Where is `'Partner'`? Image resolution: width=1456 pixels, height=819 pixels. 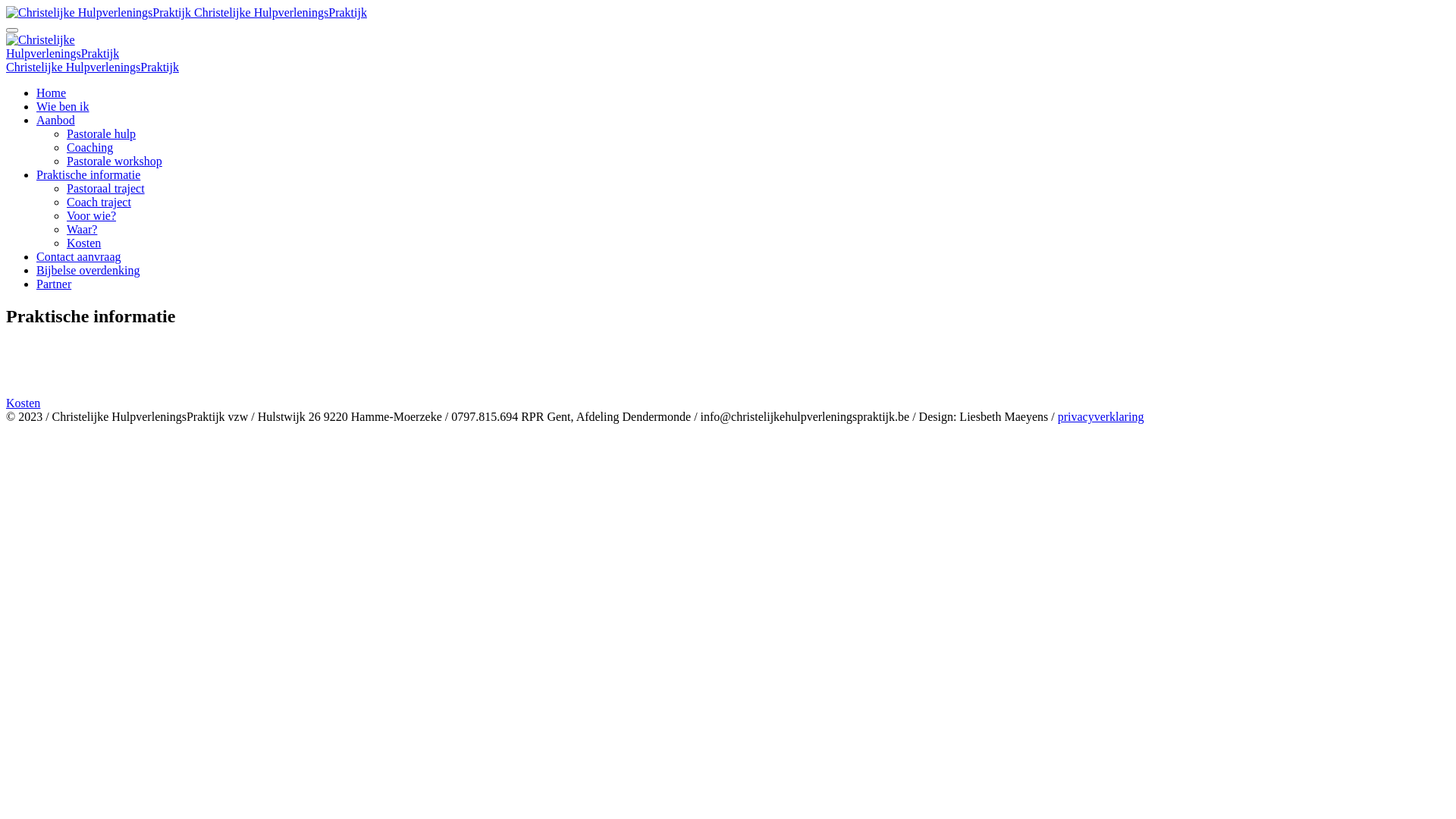
'Partner' is located at coordinates (54, 284).